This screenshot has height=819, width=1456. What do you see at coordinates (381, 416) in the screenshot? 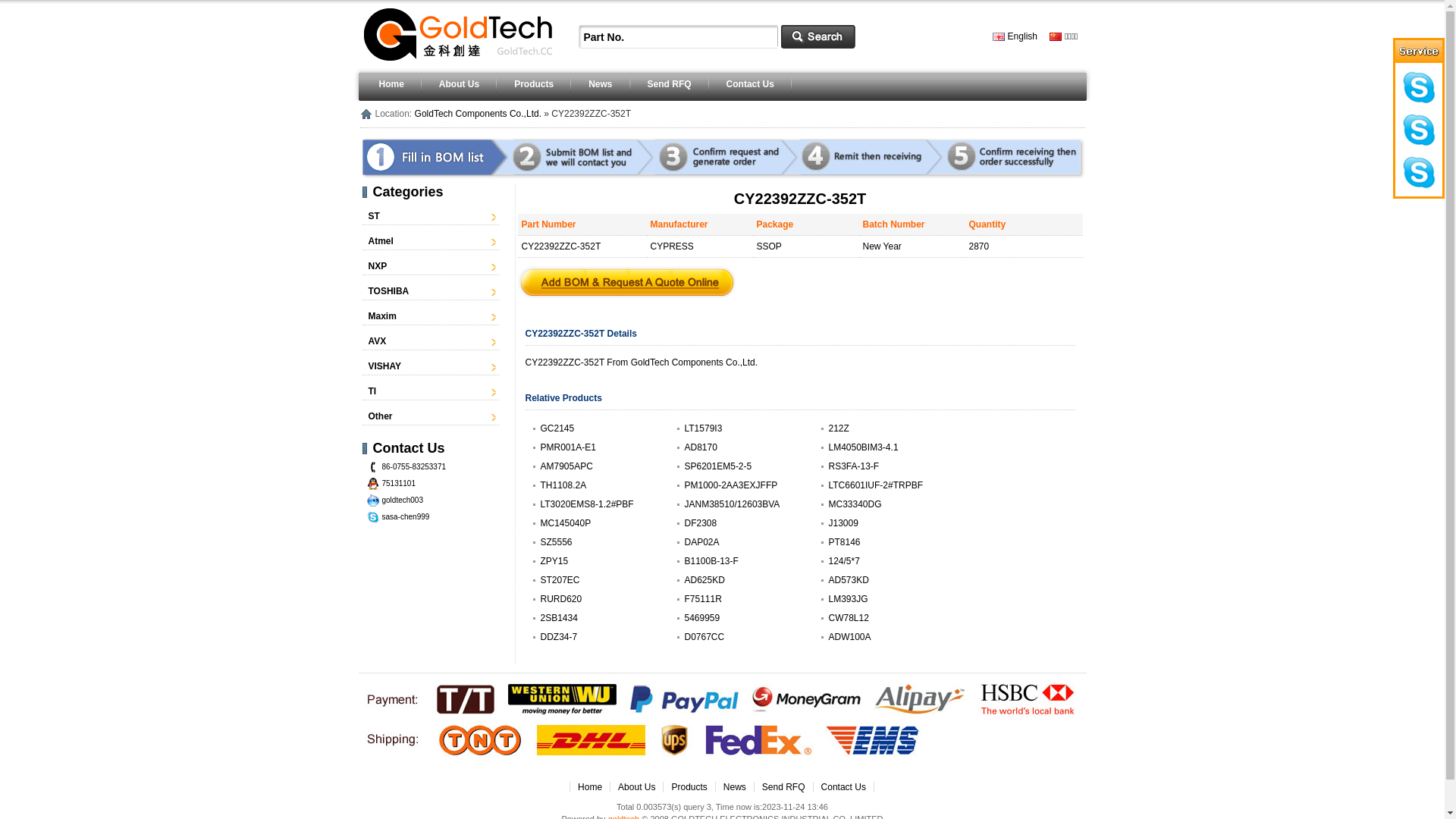
I see `'Other'` at bounding box center [381, 416].